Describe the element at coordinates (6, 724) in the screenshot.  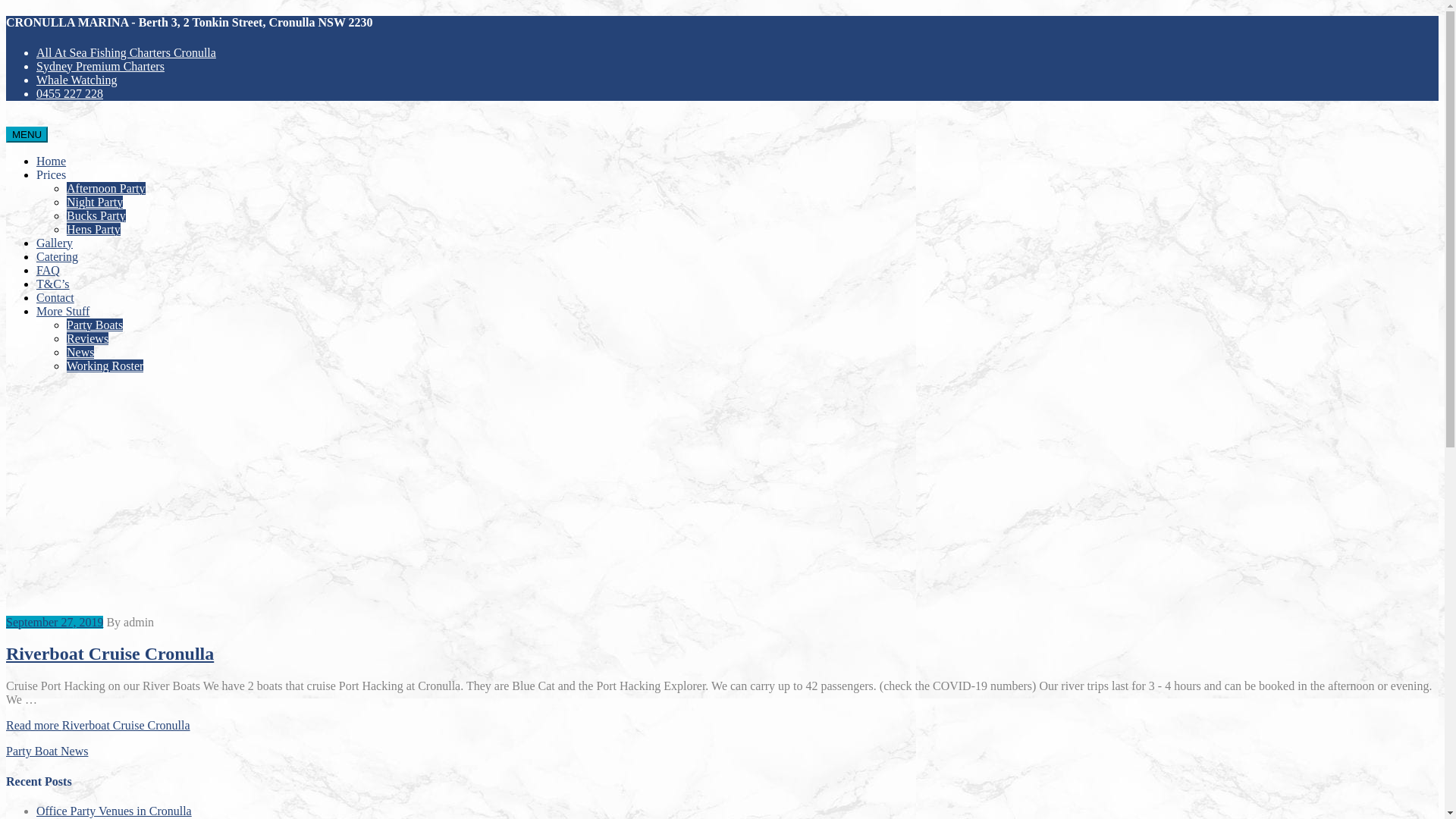
I see `'Read more Riverboat Cruise Cronulla'` at that location.